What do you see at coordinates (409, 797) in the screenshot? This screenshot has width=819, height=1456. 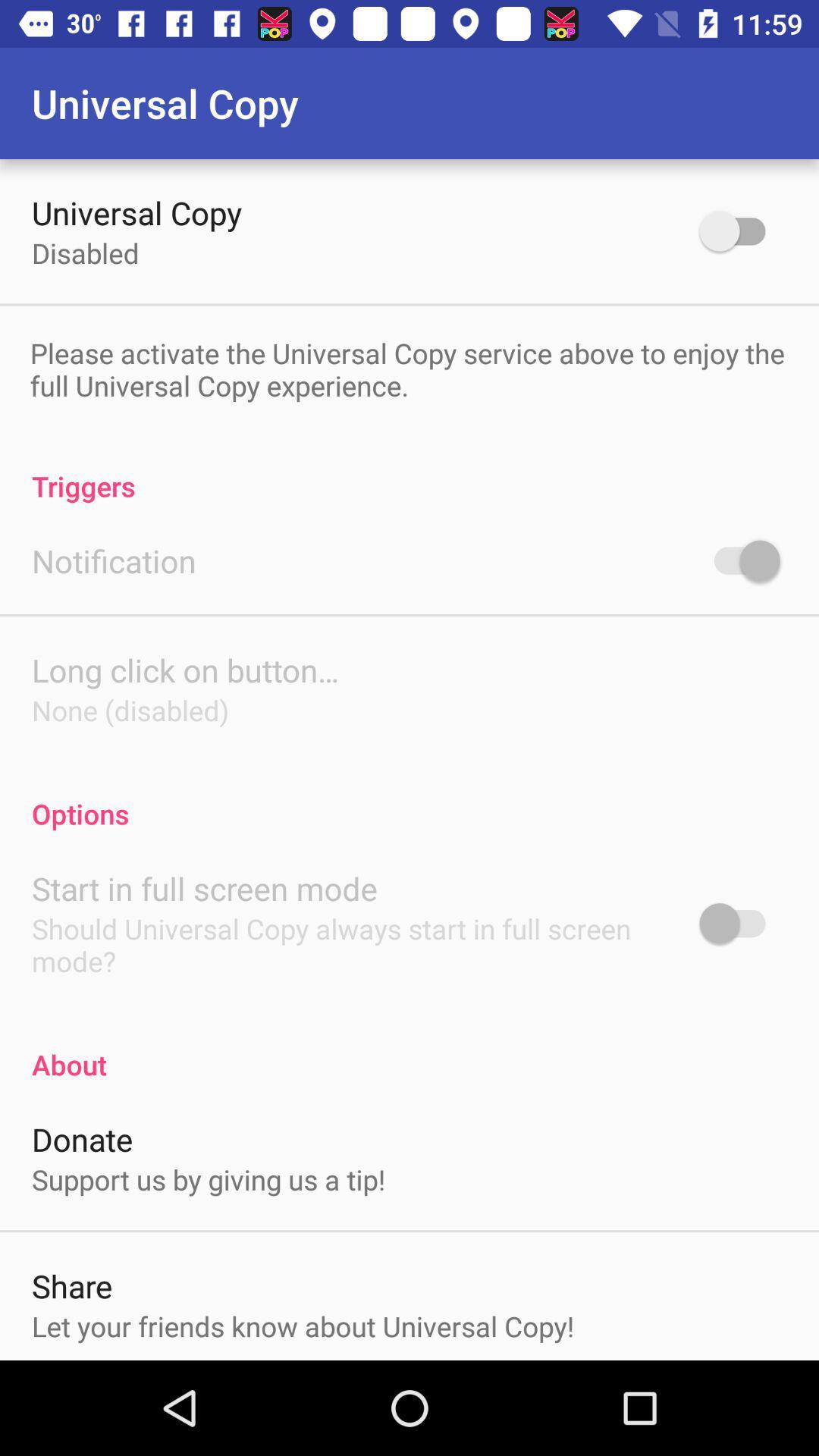 I see `the item above start in full` at bounding box center [409, 797].